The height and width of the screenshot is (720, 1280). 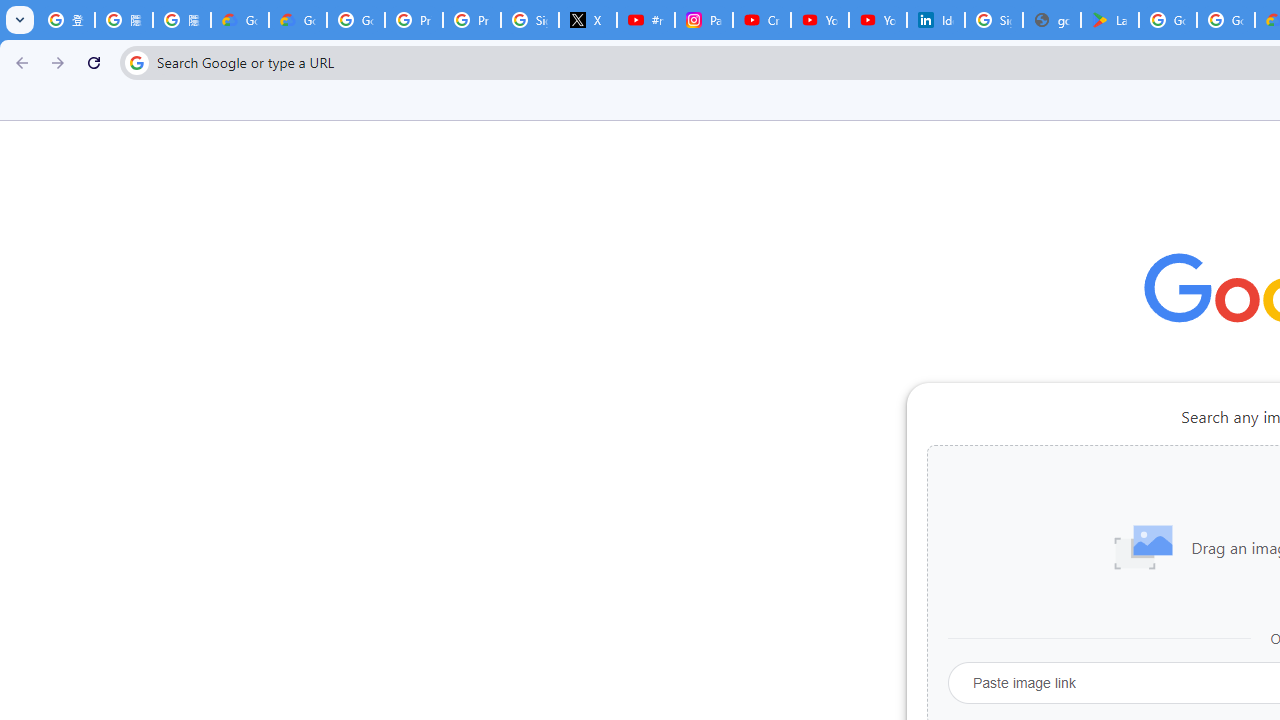 What do you see at coordinates (993, 20) in the screenshot?
I see `'Sign in - Google Accounts'` at bounding box center [993, 20].